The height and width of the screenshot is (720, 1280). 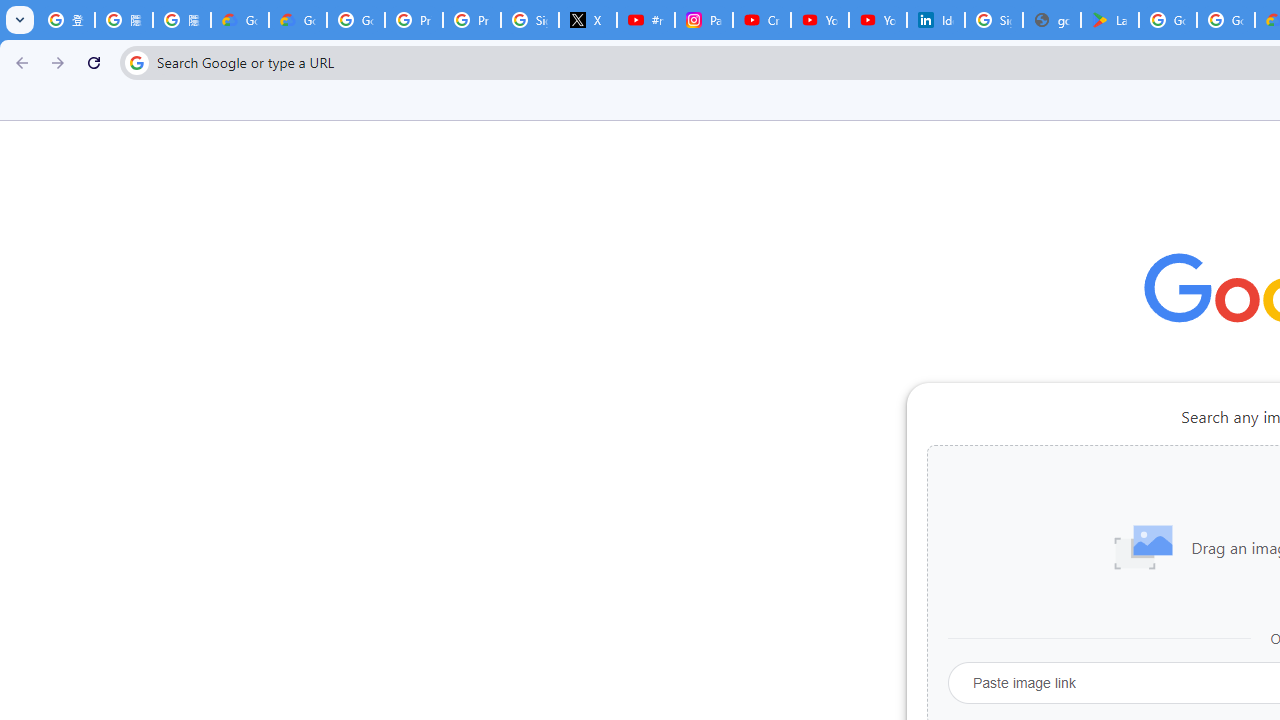 What do you see at coordinates (993, 20) in the screenshot?
I see `'Sign in - Google Accounts'` at bounding box center [993, 20].